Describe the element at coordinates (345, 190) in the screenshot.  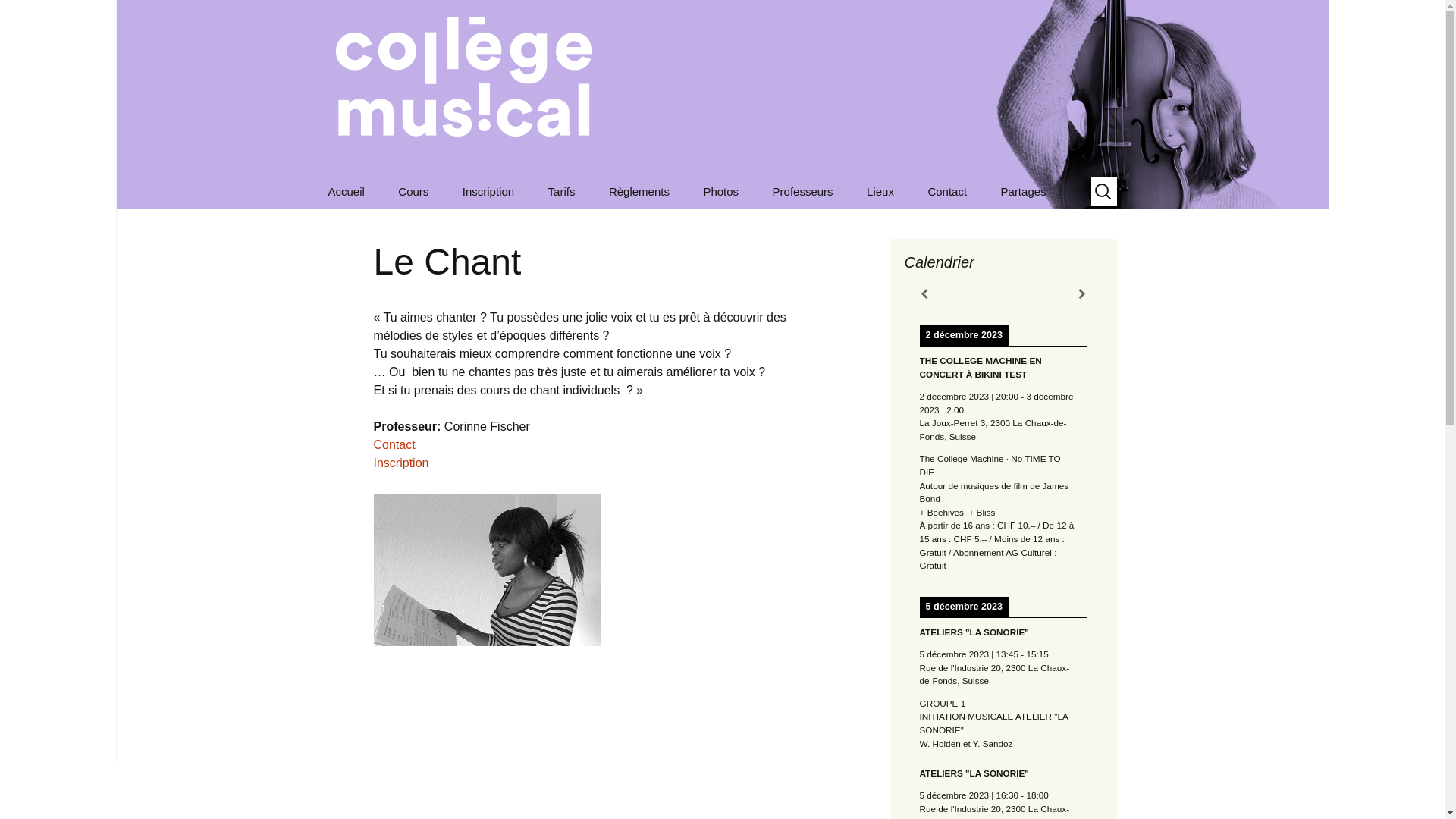
I see `'Accueil'` at that location.